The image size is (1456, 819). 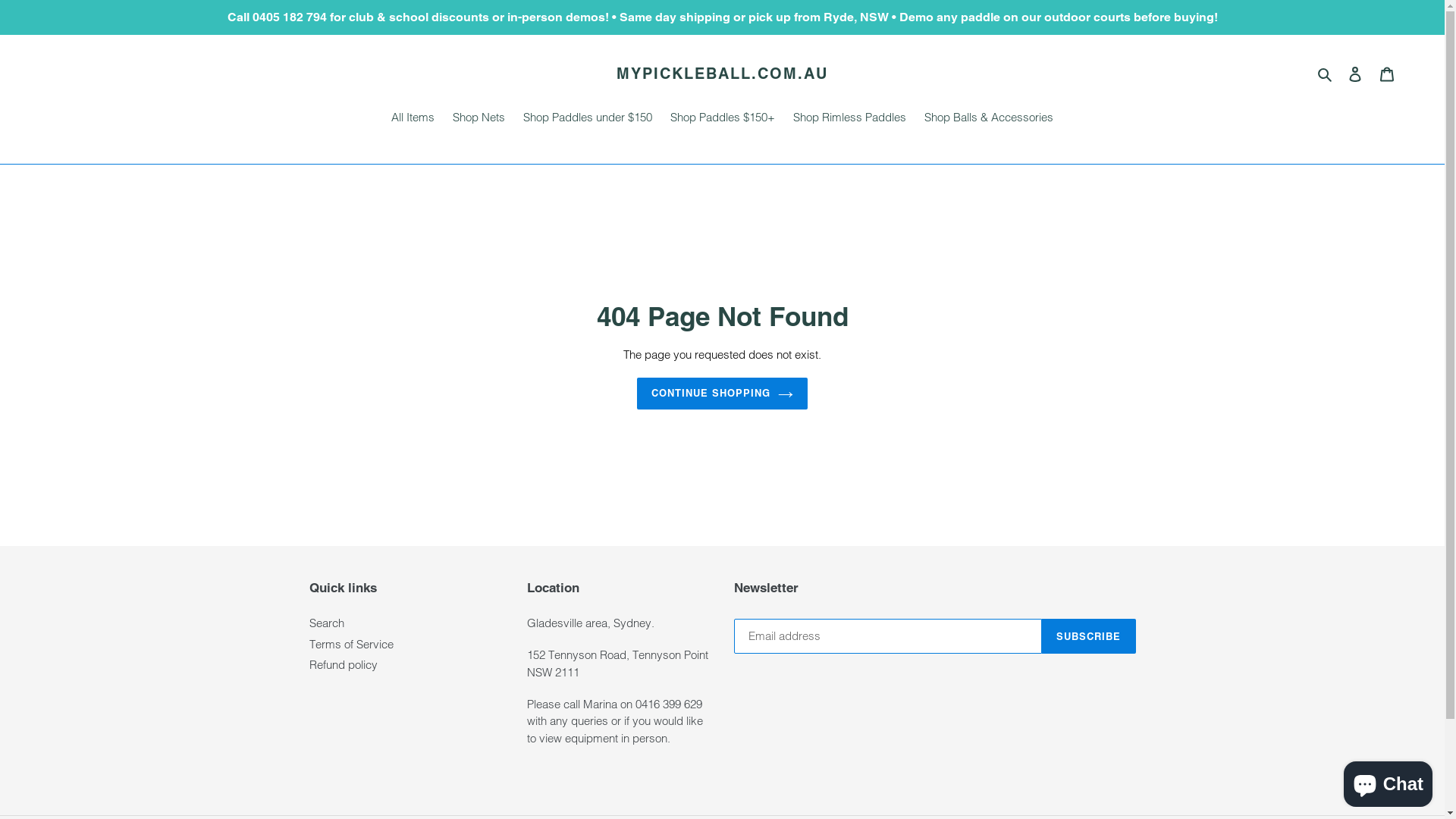 I want to click on 'CONTINUE SHOPPING', so click(x=722, y=393).